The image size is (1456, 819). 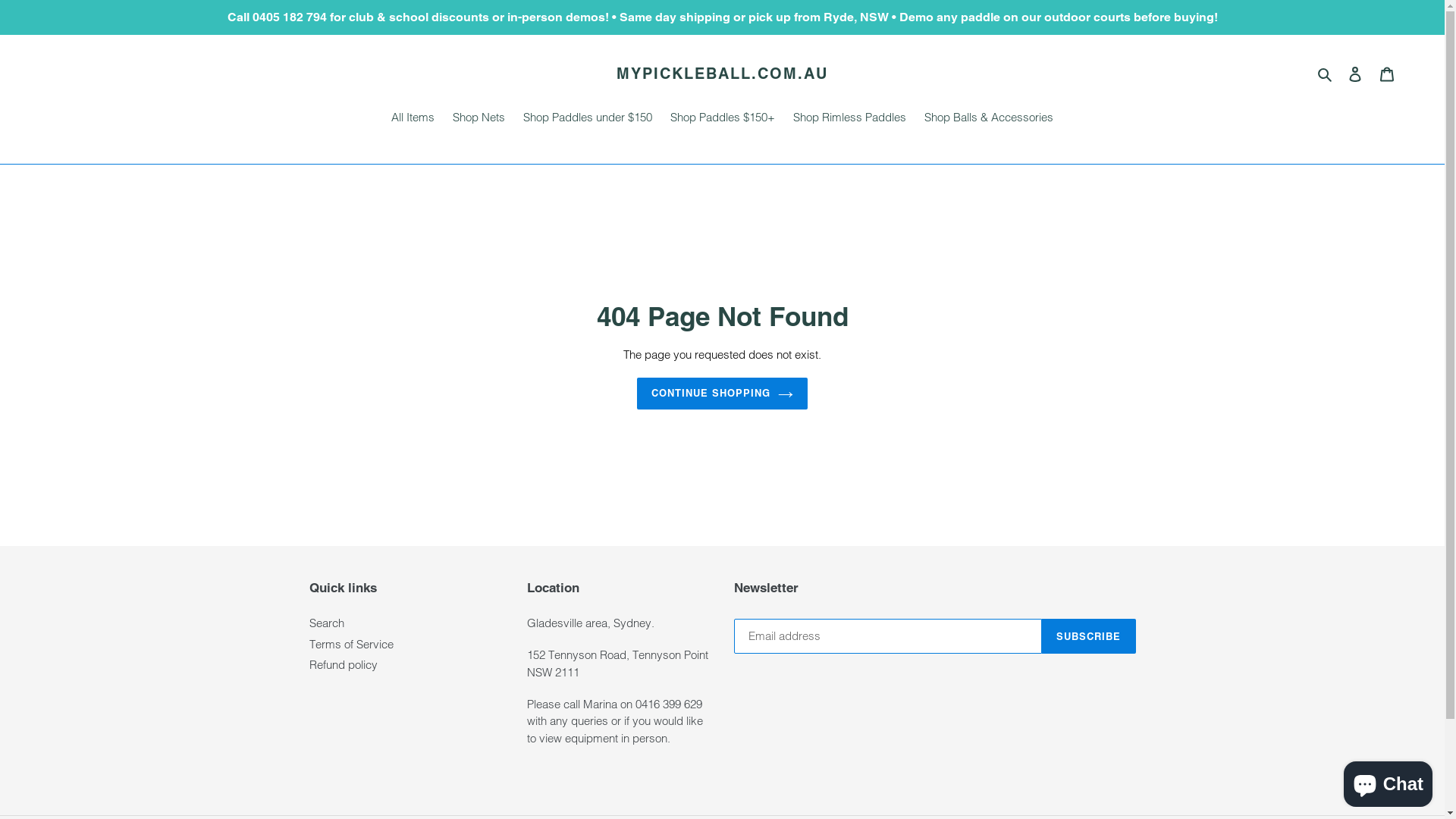 I want to click on 'CONTINUE SHOPPING', so click(x=722, y=393).